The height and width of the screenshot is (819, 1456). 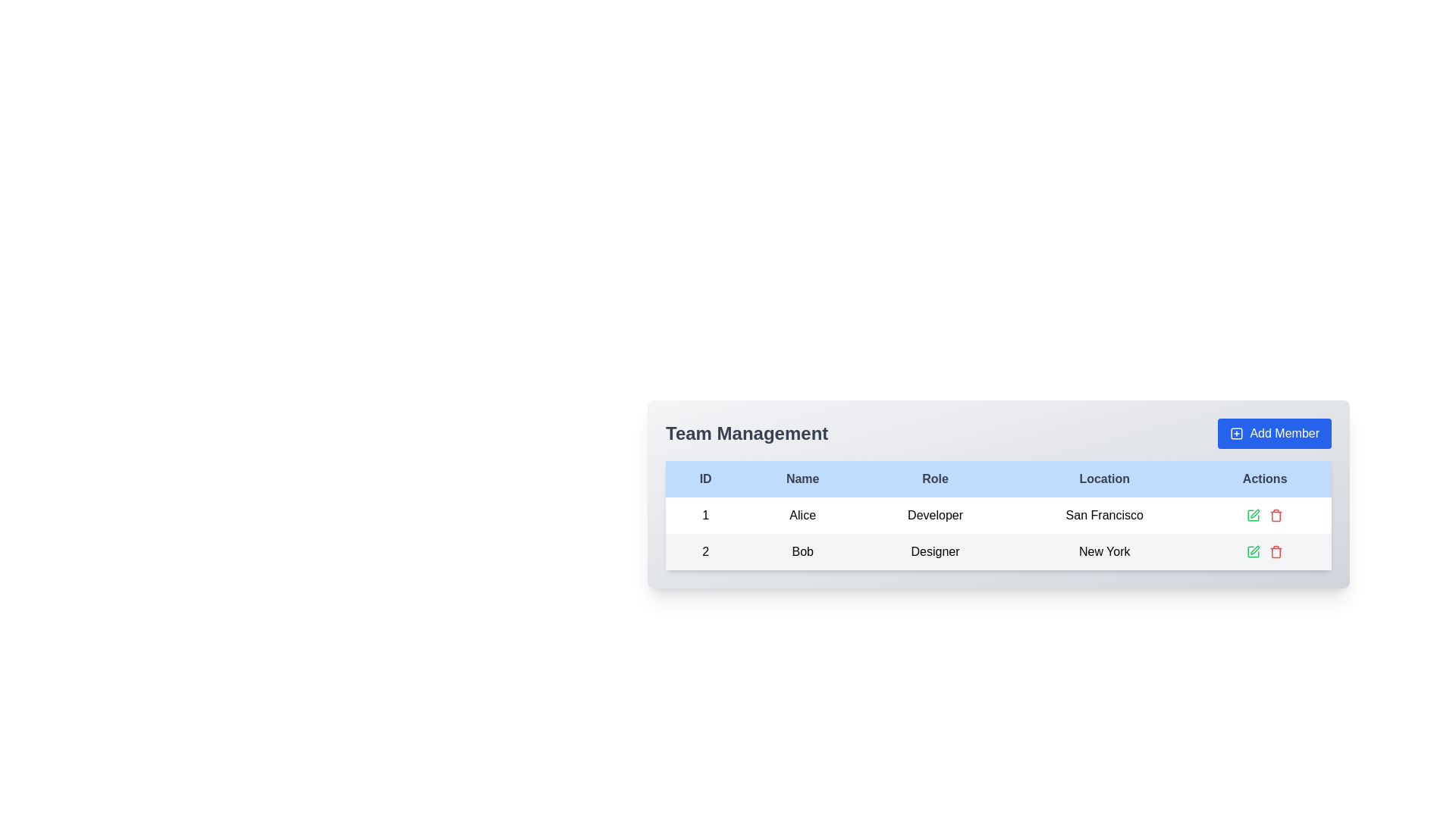 I want to click on the prominently styled static text label that displays 'Team Management' located in the upper-left part of the header section, so click(x=747, y=433).